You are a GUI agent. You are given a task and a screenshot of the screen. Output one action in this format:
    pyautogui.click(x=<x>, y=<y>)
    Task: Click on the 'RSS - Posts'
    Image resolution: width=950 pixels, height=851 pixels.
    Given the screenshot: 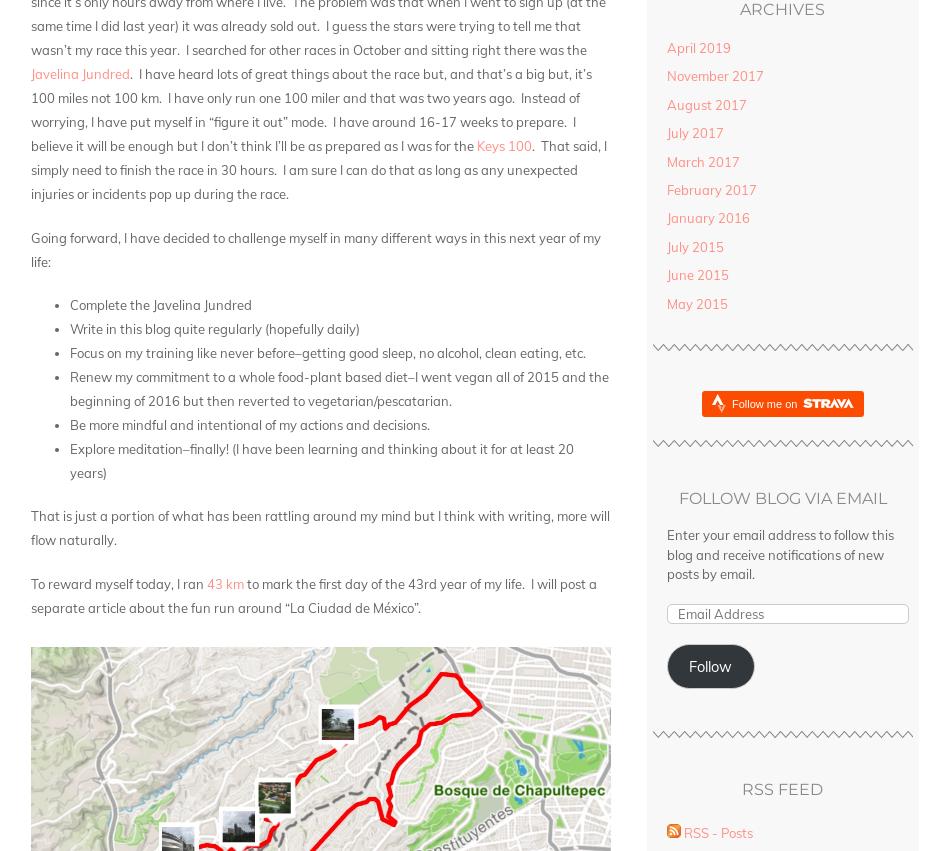 What is the action you would take?
    pyautogui.click(x=716, y=832)
    